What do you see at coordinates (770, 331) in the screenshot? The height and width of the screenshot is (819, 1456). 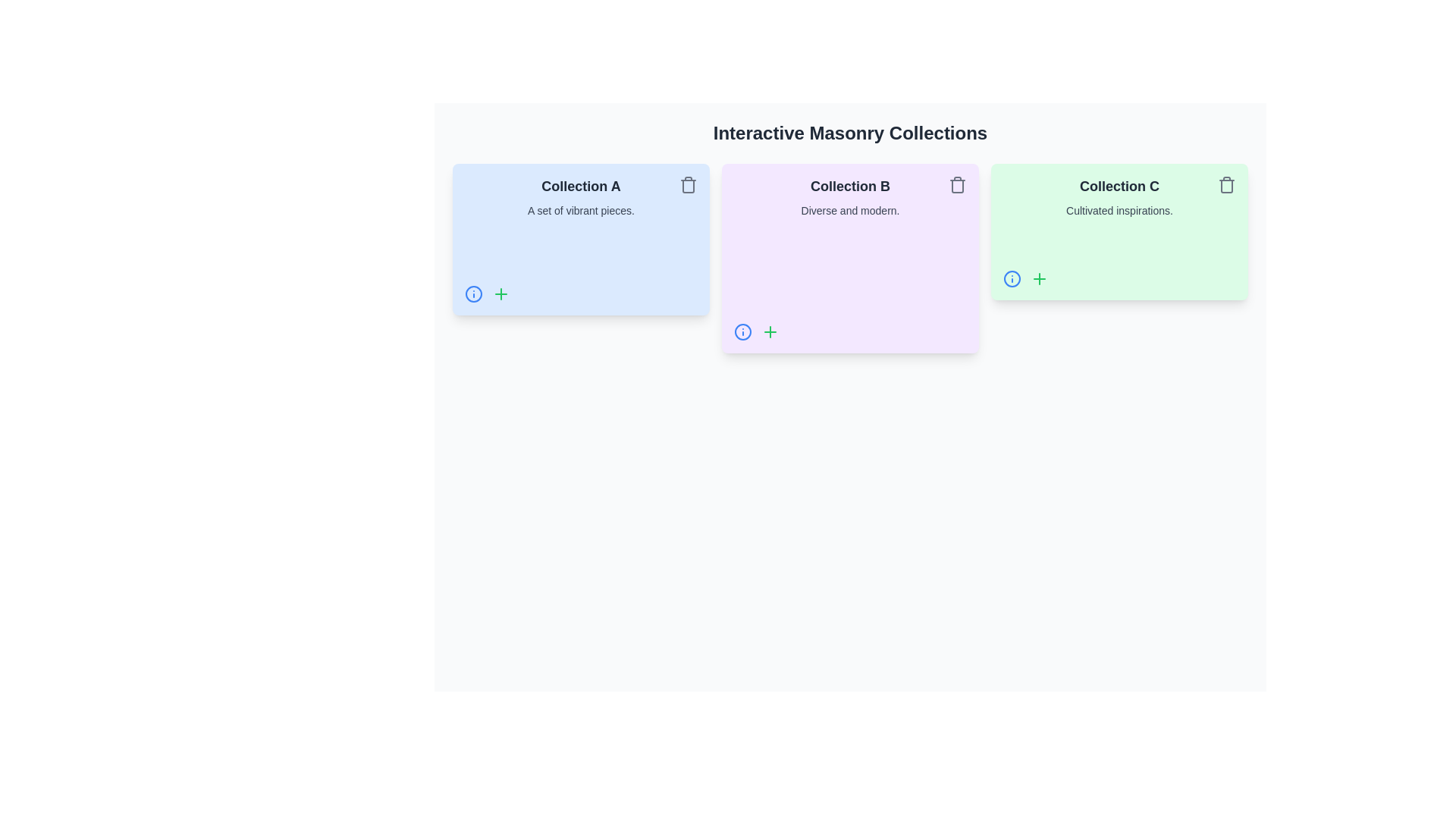 I see `the green plus icon button located to the right of the blue information icon within the 'Collection B' card` at bounding box center [770, 331].